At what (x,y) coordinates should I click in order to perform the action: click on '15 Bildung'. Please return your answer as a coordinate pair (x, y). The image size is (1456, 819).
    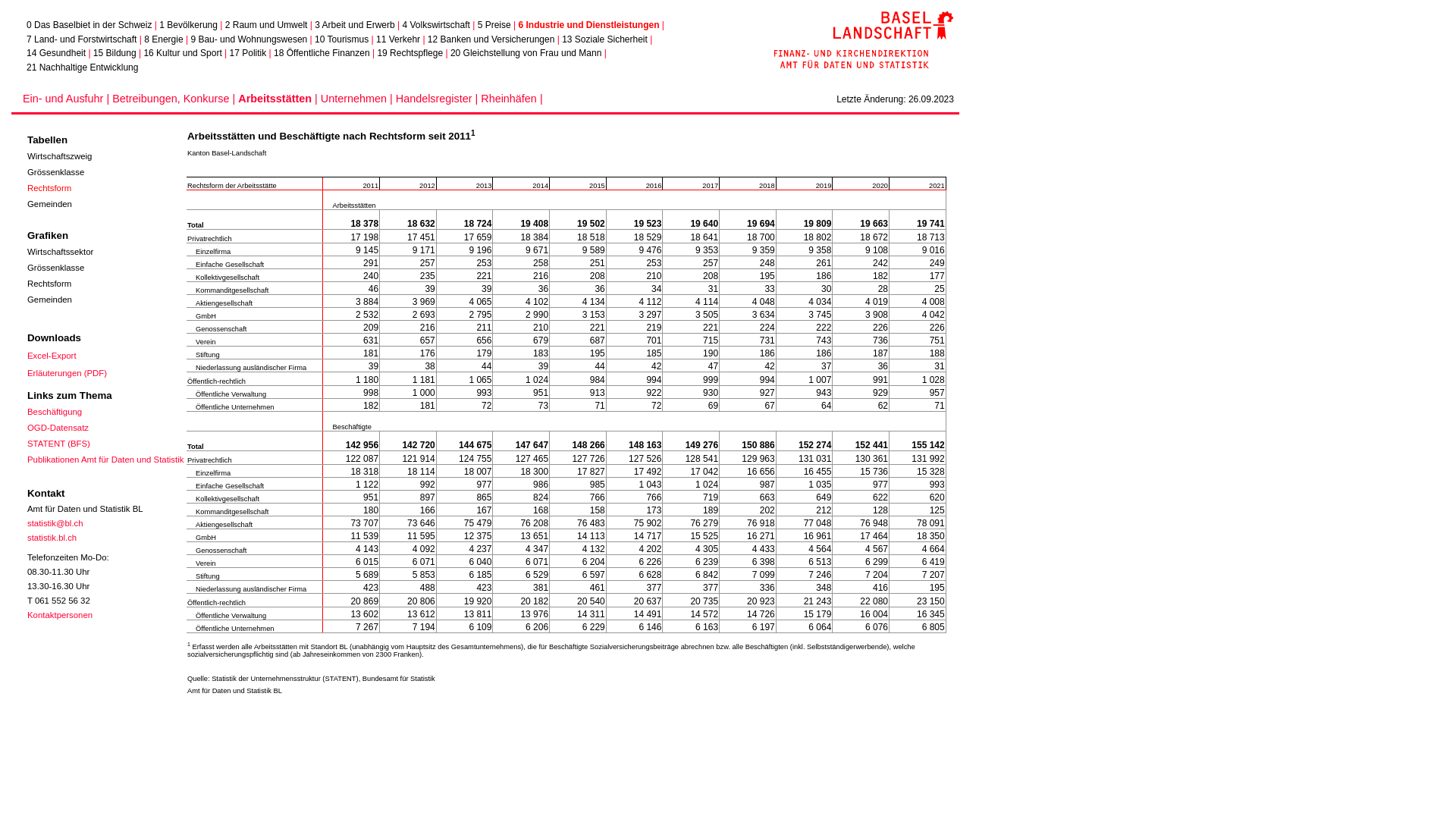
    Looking at the image, I should click on (114, 52).